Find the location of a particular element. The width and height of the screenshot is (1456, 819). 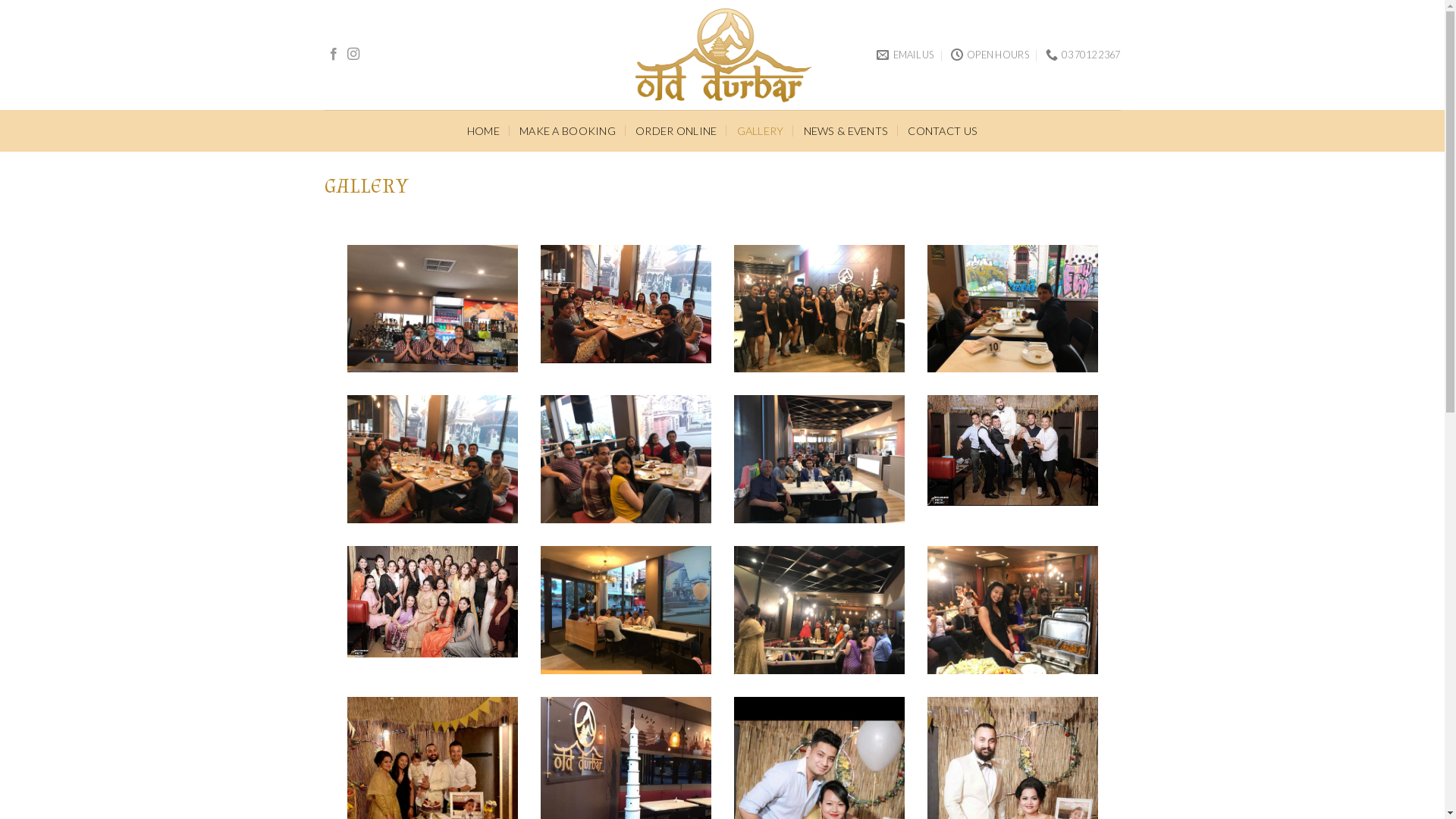

'CONTACT US' is located at coordinates (942, 130).